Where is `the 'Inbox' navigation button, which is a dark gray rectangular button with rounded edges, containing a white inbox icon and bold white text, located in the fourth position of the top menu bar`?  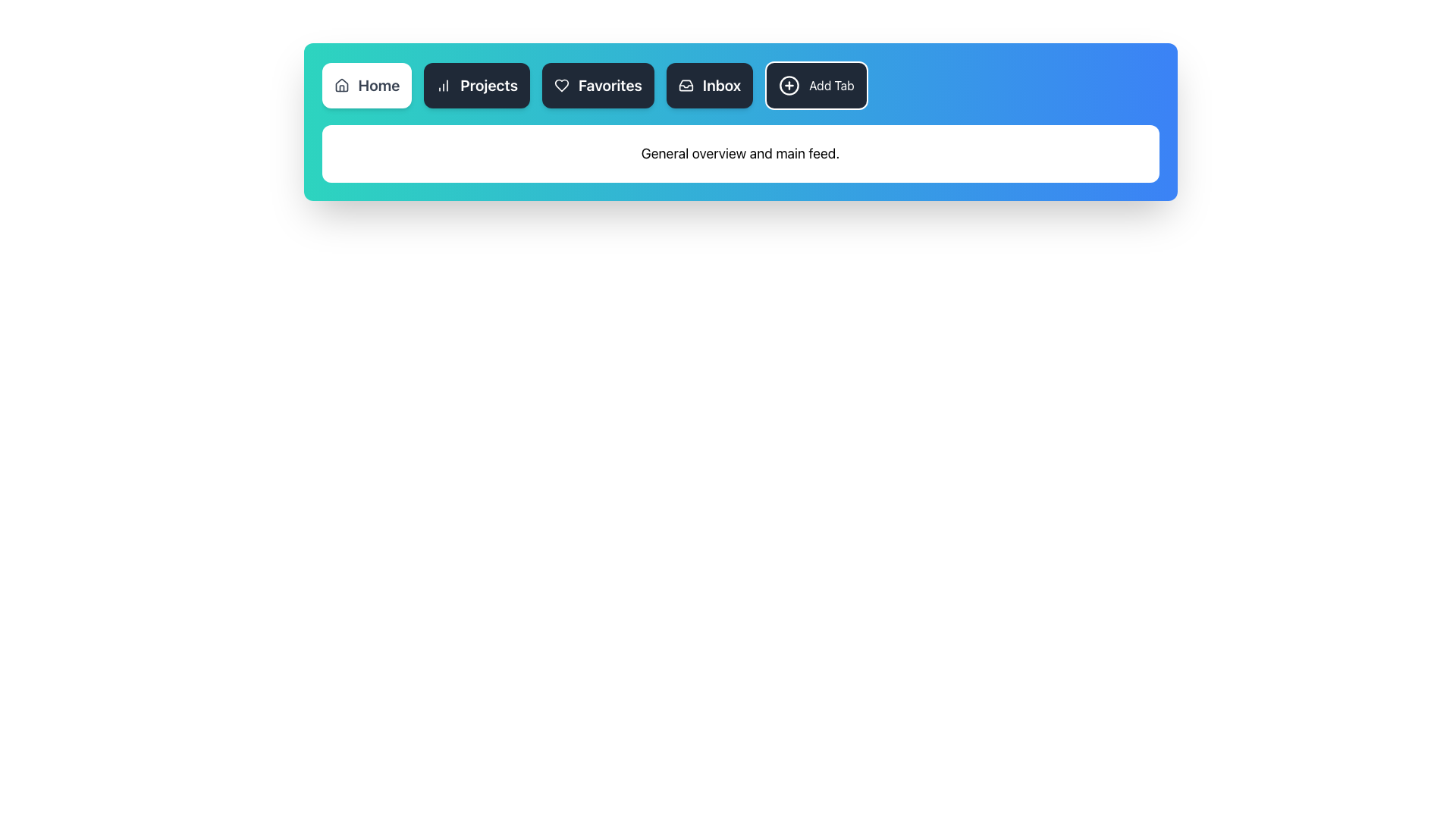
the 'Inbox' navigation button, which is a dark gray rectangular button with rounded edges, containing a white inbox icon and bold white text, located in the fourth position of the top menu bar is located at coordinates (709, 85).